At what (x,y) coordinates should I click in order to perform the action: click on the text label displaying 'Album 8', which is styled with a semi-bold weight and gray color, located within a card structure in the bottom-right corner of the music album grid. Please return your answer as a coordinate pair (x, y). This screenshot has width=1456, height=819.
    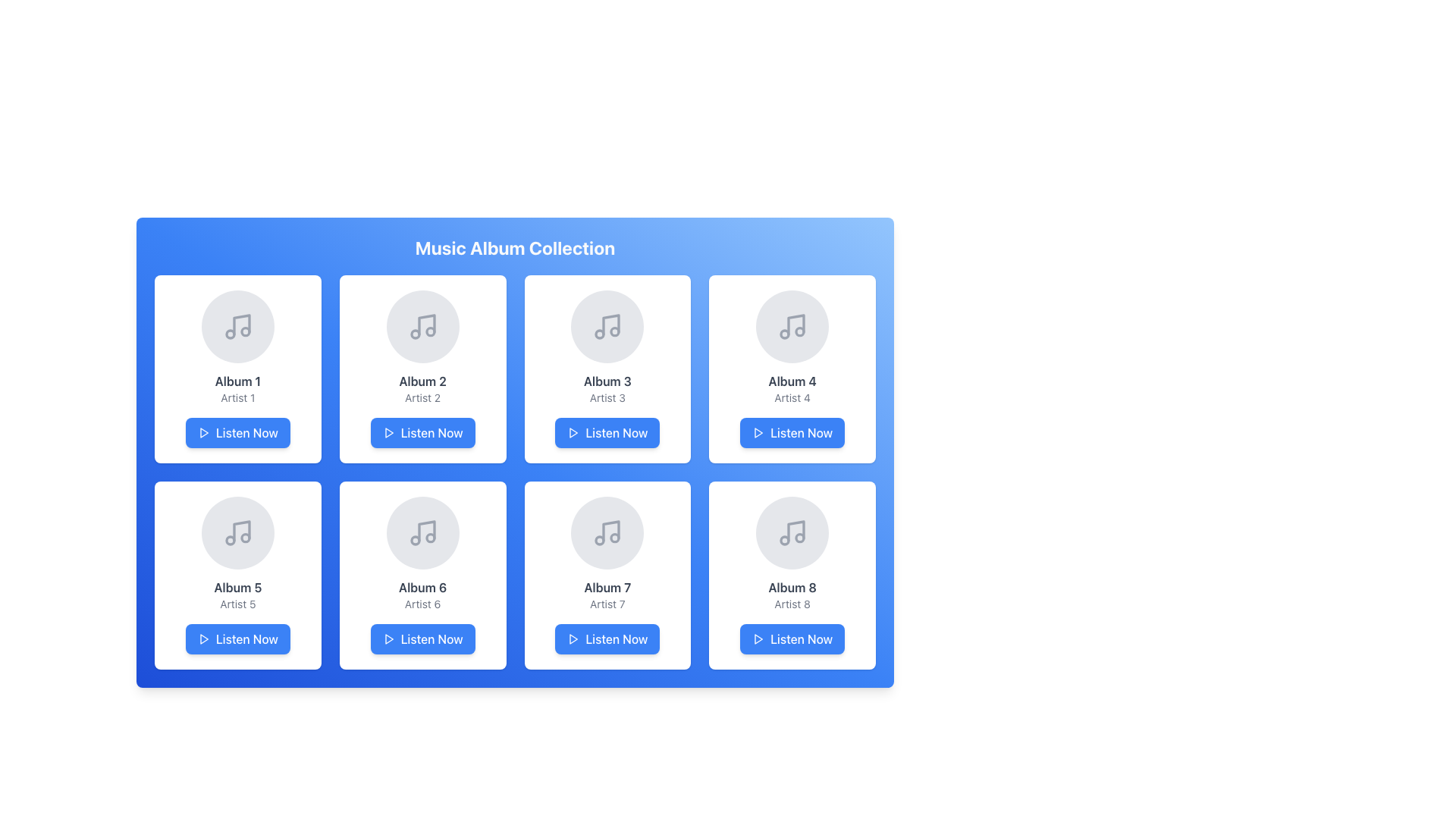
    Looking at the image, I should click on (792, 587).